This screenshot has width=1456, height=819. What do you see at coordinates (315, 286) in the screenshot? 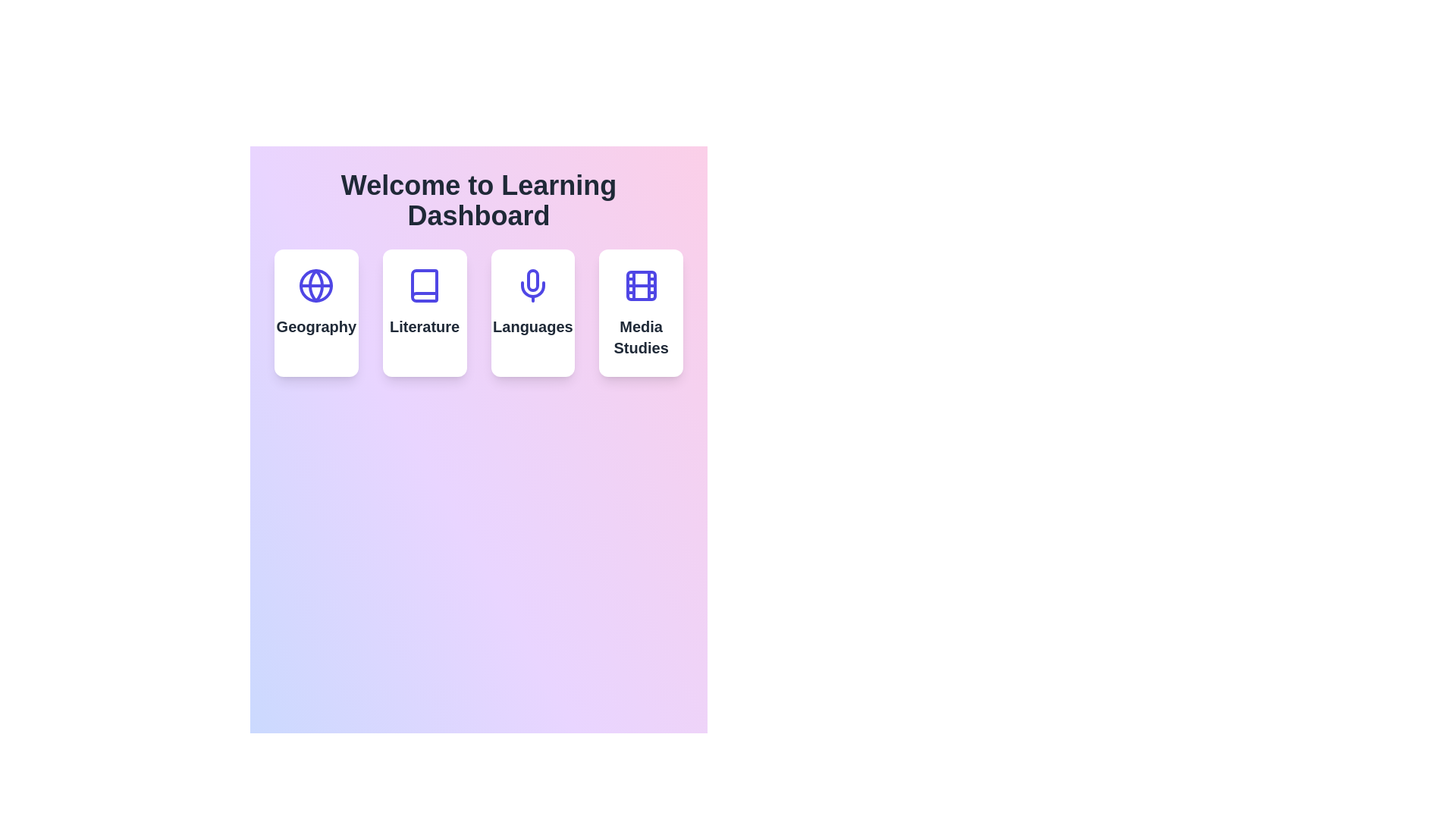
I see `the globe icon representing the 'Geography' section of the dashboard` at bounding box center [315, 286].